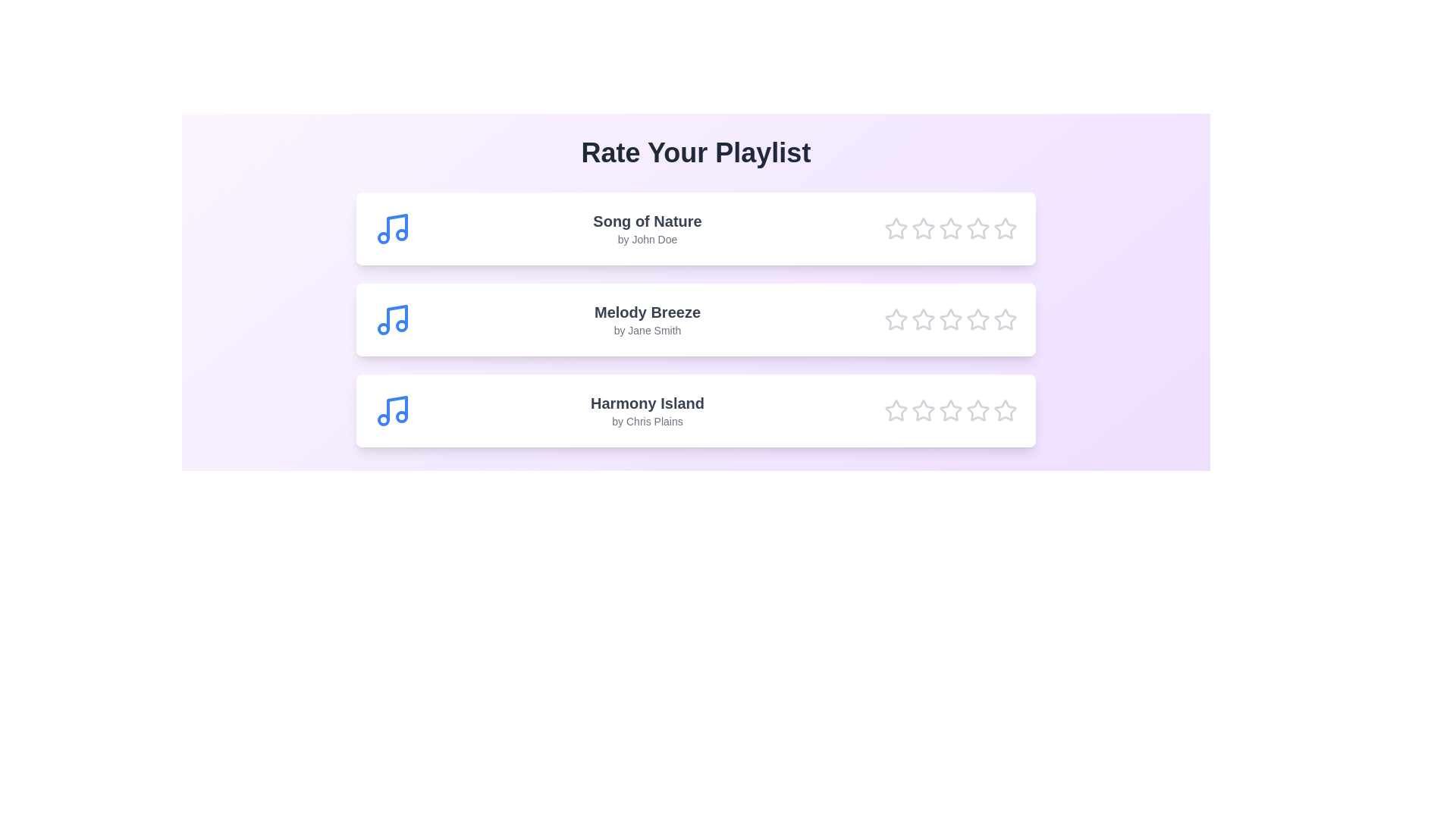 The height and width of the screenshot is (819, 1456). What do you see at coordinates (648, 221) in the screenshot?
I see `the song title to read detailed information about the song` at bounding box center [648, 221].